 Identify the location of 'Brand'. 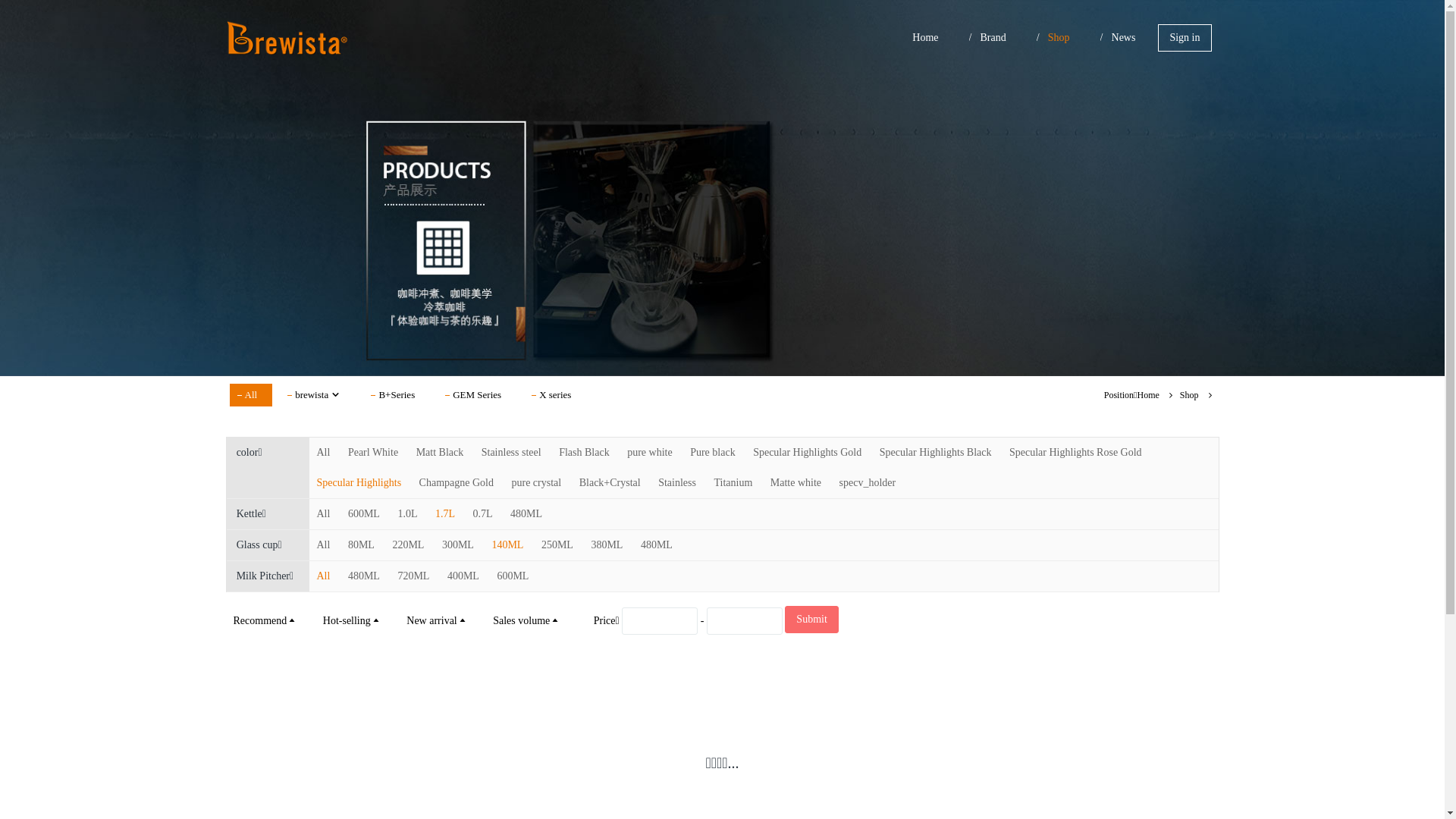
(993, 37).